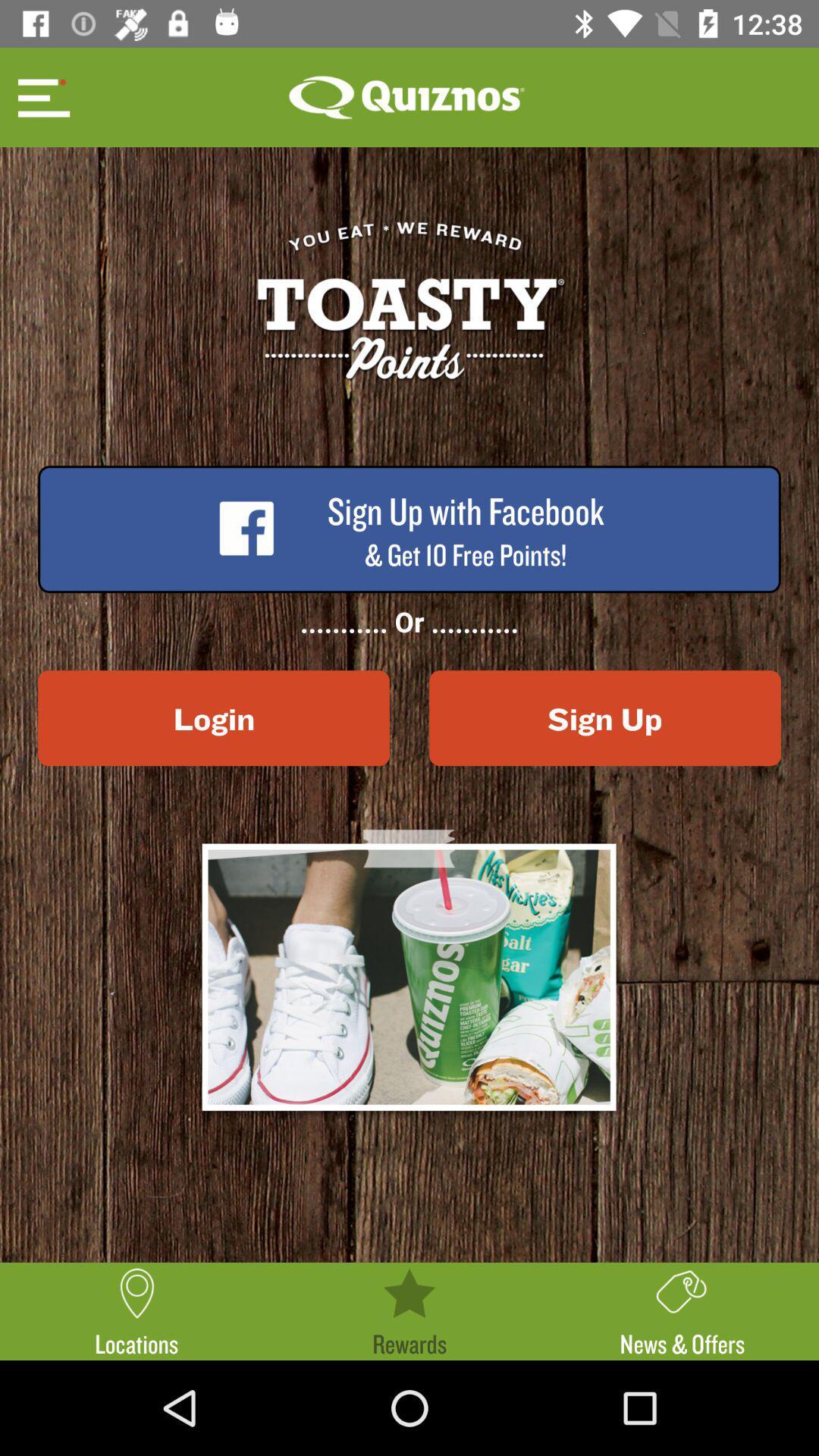 This screenshot has height=1456, width=819. I want to click on open options, so click(41, 96).